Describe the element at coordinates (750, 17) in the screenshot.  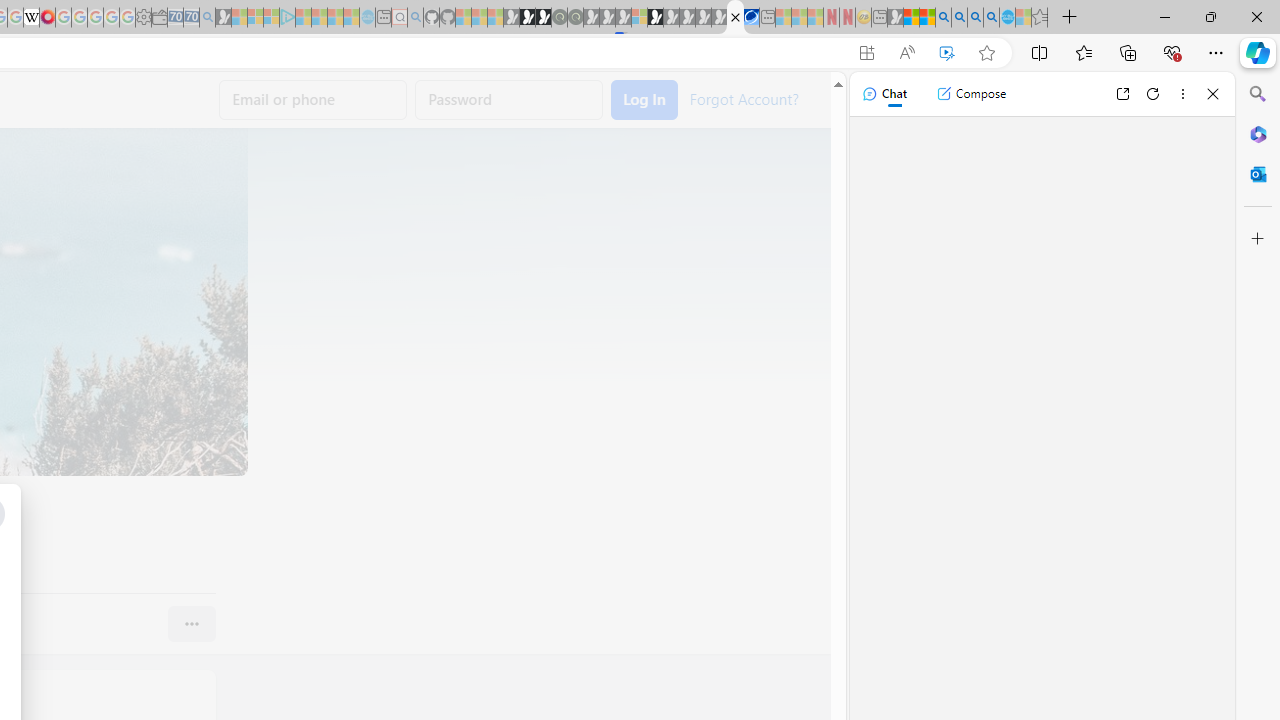
I see `'AirNow.gov'` at that location.